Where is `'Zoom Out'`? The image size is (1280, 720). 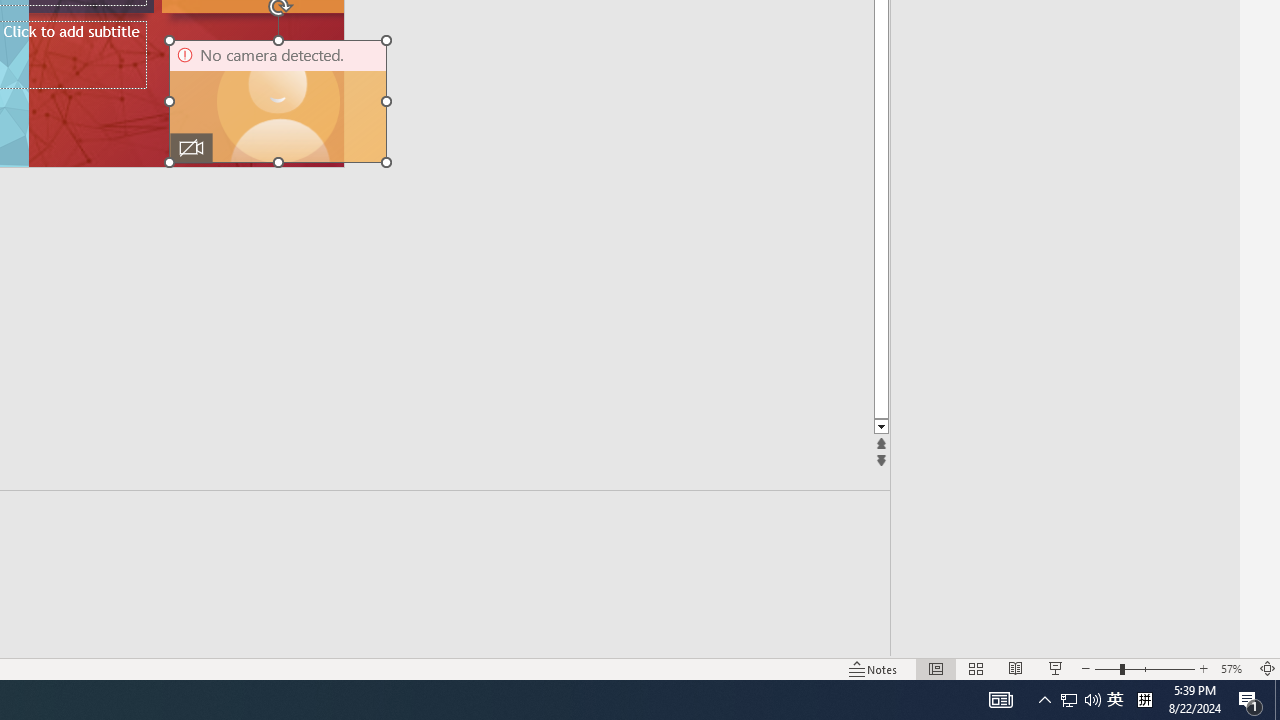 'Zoom Out' is located at coordinates (1106, 669).